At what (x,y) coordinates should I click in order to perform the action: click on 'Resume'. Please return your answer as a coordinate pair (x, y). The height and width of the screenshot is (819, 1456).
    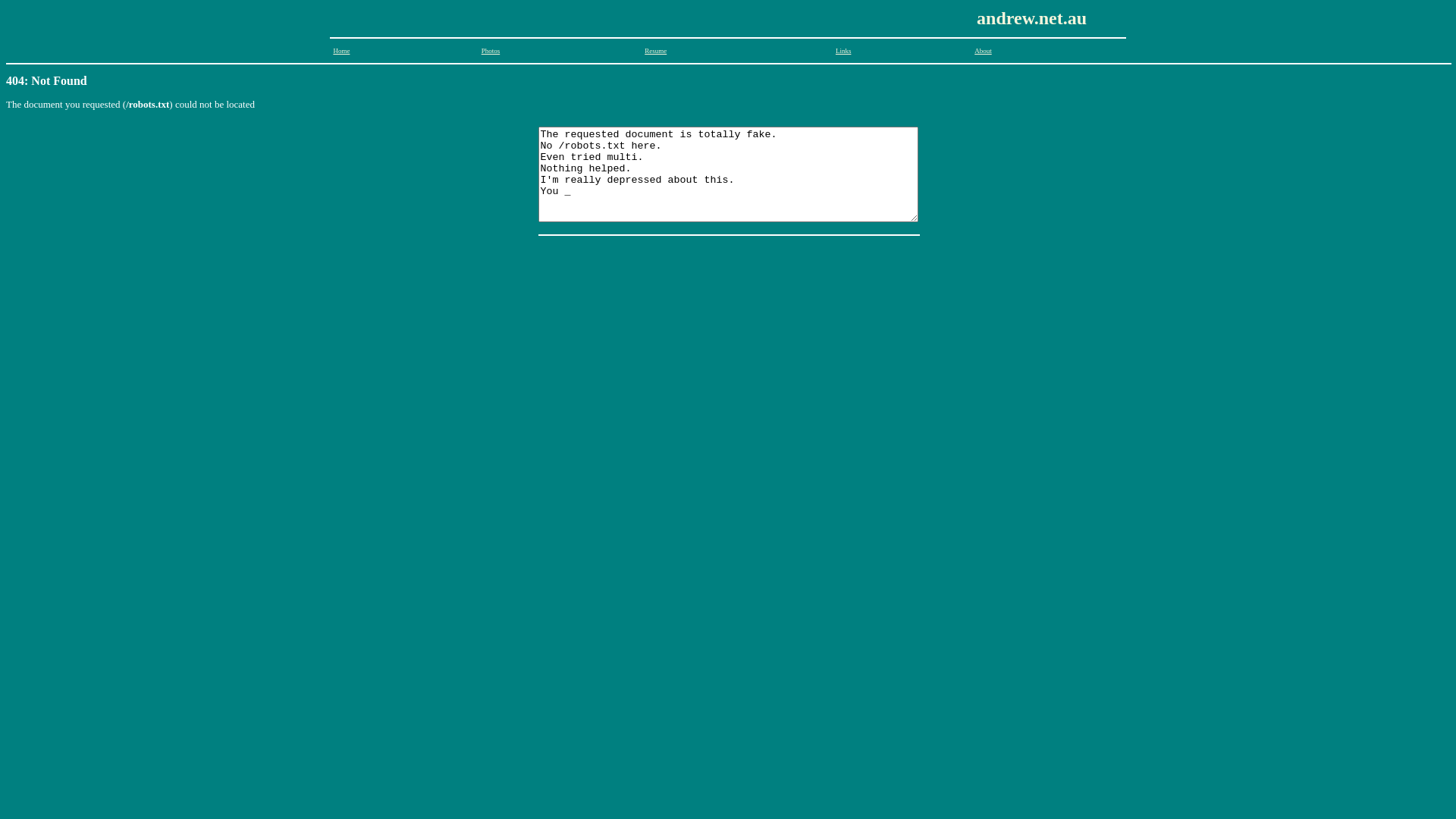
    Looking at the image, I should click on (644, 49).